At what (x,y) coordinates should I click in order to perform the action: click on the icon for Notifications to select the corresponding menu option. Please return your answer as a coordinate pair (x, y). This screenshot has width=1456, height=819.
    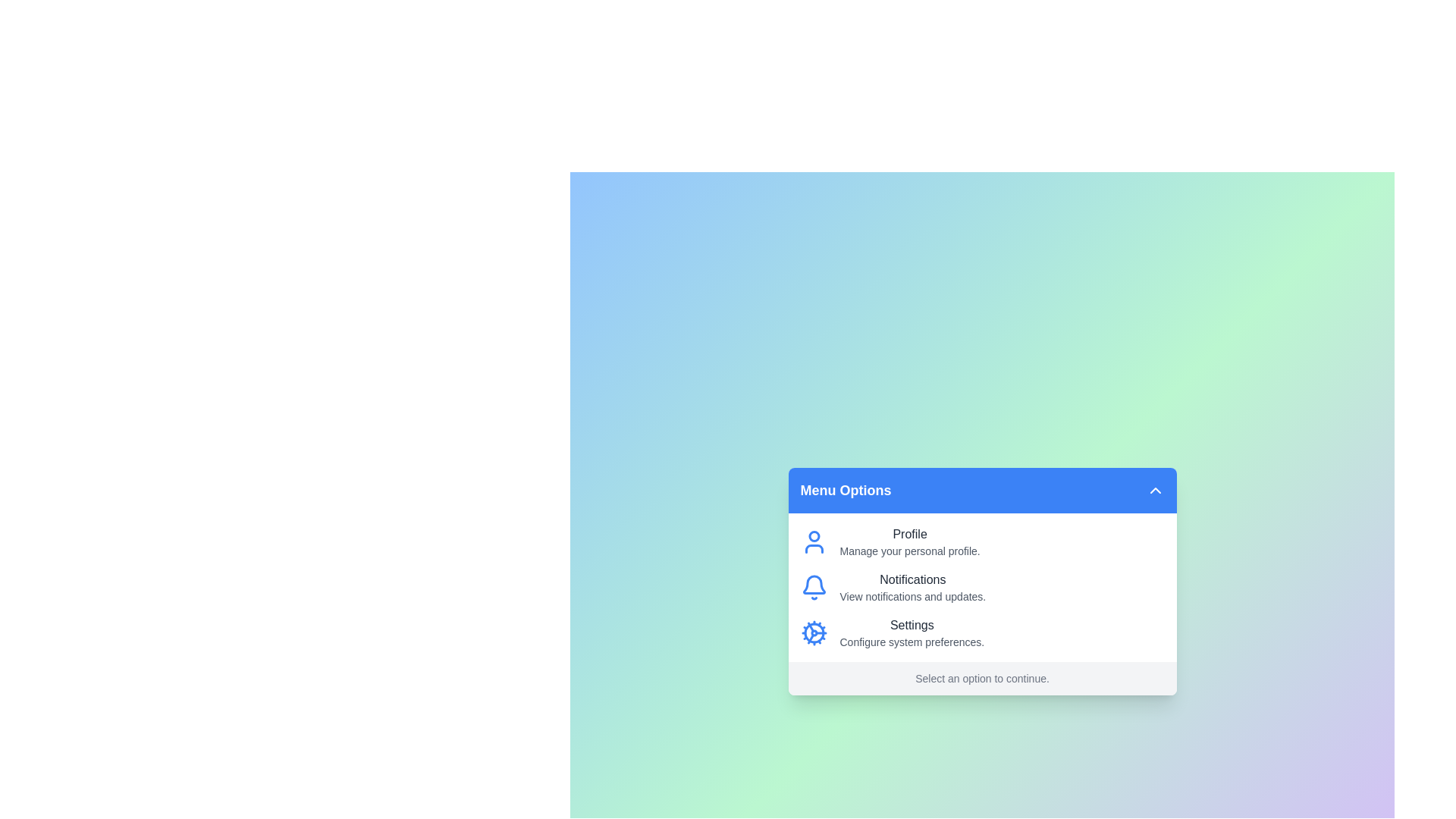
    Looking at the image, I should click on (813, 587).